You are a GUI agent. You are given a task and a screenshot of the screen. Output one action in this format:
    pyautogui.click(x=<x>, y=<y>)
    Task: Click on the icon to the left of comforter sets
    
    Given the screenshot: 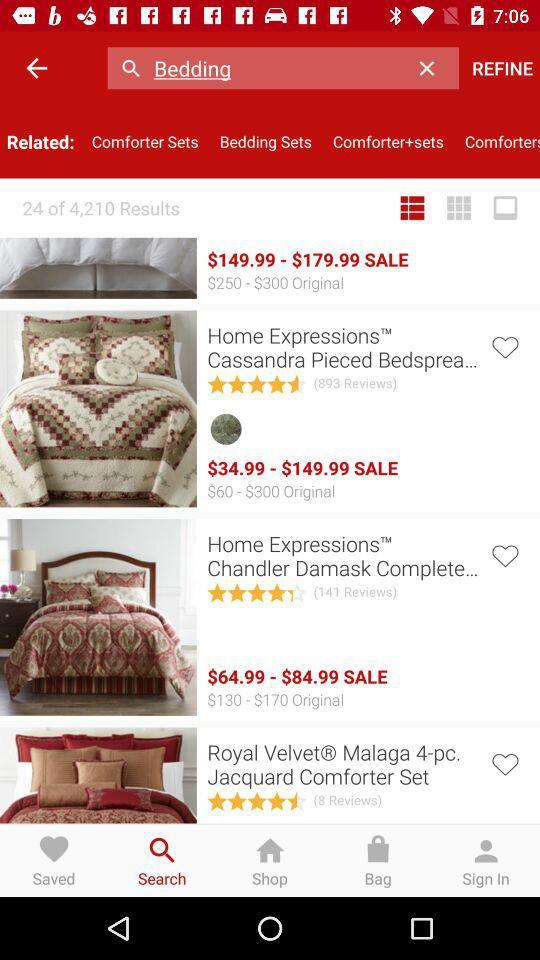 What is the action you would take?
    pyautogui.click(x=36, y=68)
    